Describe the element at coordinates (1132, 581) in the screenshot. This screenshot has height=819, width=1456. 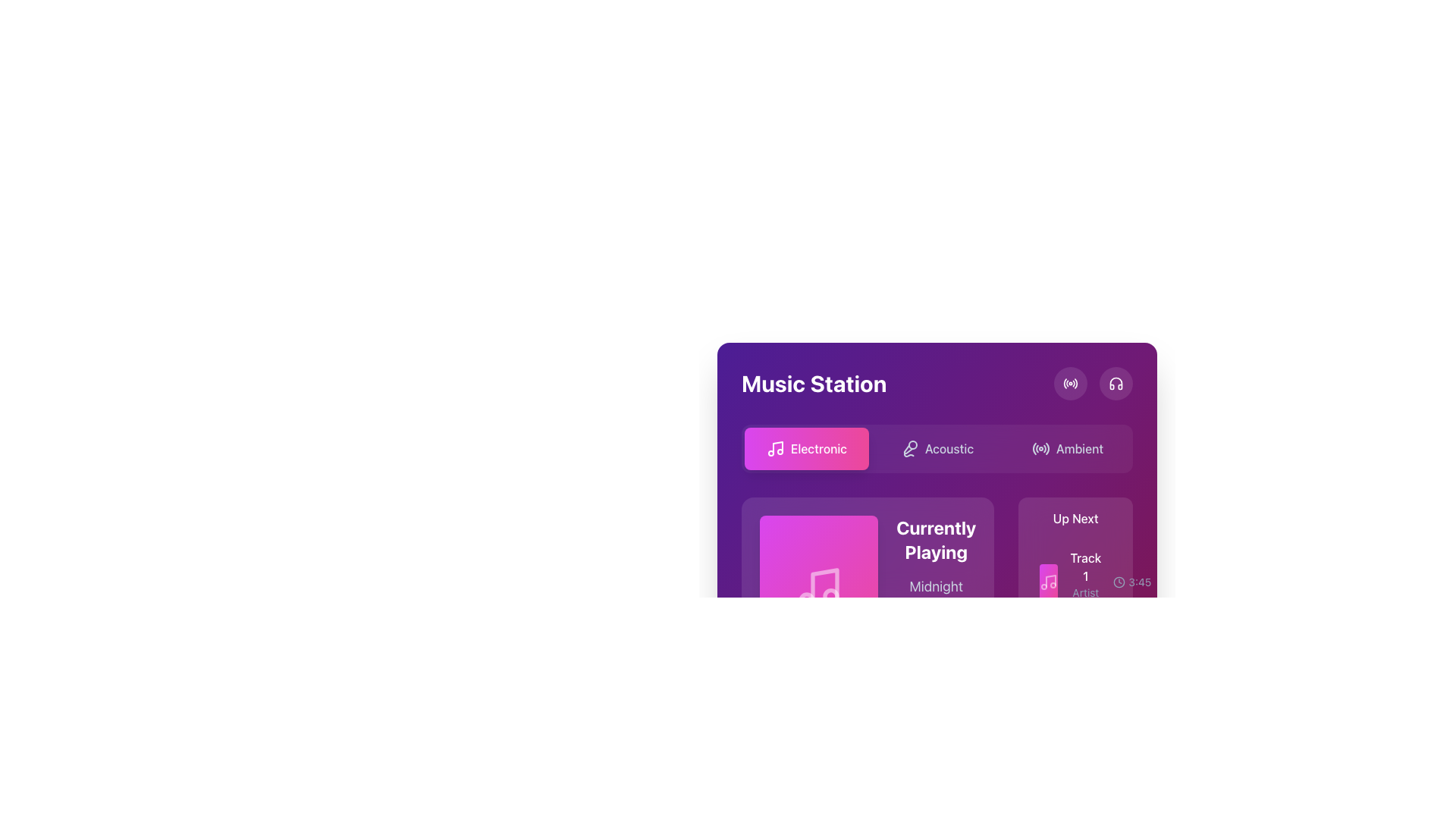
I see `the clock icon and text '3:45' located at the bottom-right area of the card containing track information for 'Track 1' and 'Artist 1'` at that location.